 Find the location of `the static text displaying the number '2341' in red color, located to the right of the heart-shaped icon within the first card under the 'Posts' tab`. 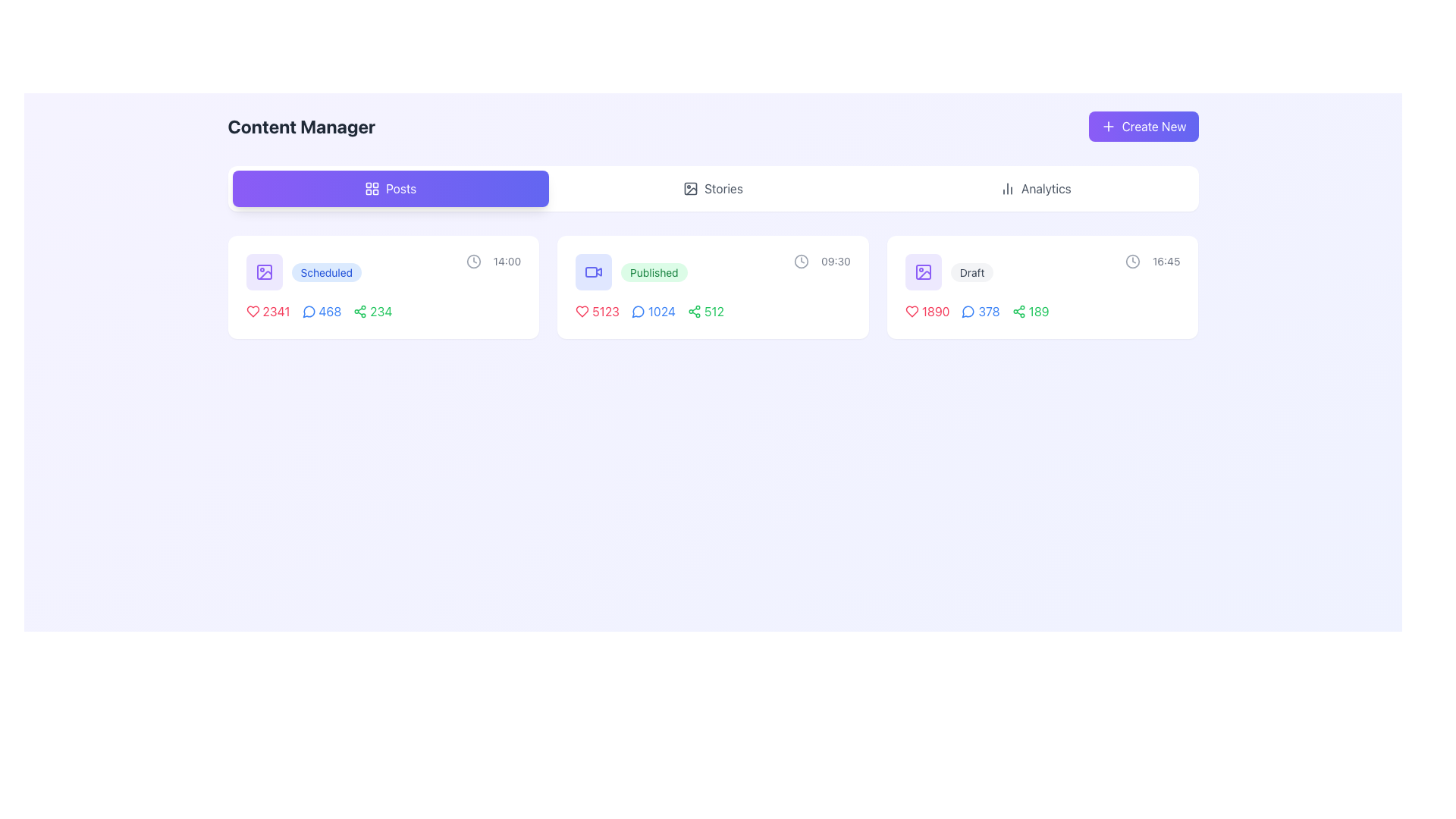

the static text displaying the number '2341' in red color, located to the right of the heart-shaped icon within the first card under the 'Posts' tab is located at coordinates (276, 311).